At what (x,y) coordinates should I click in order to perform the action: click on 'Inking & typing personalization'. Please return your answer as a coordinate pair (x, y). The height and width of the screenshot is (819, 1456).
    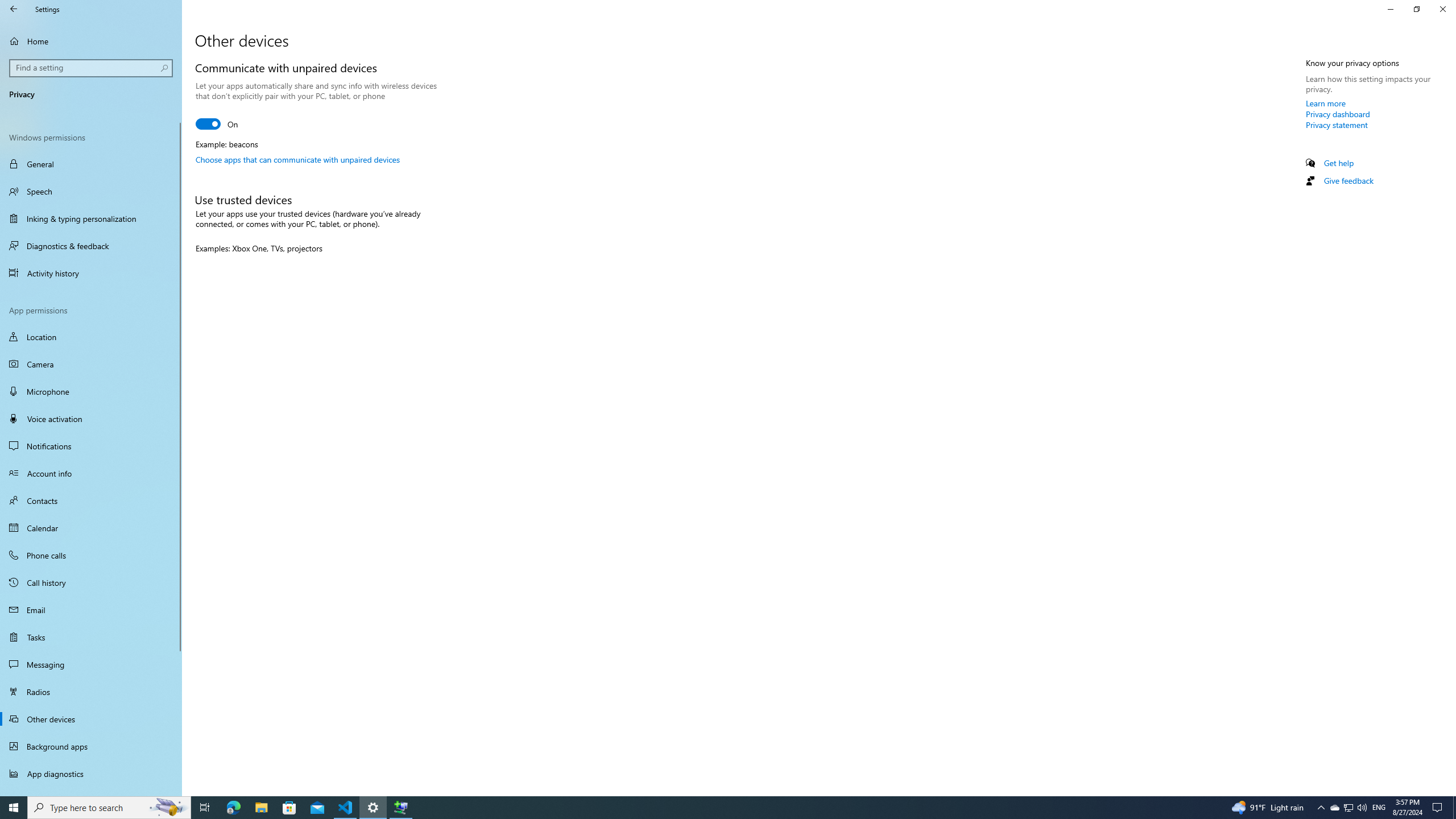
    Looking at the image, I should click on (90, 217).